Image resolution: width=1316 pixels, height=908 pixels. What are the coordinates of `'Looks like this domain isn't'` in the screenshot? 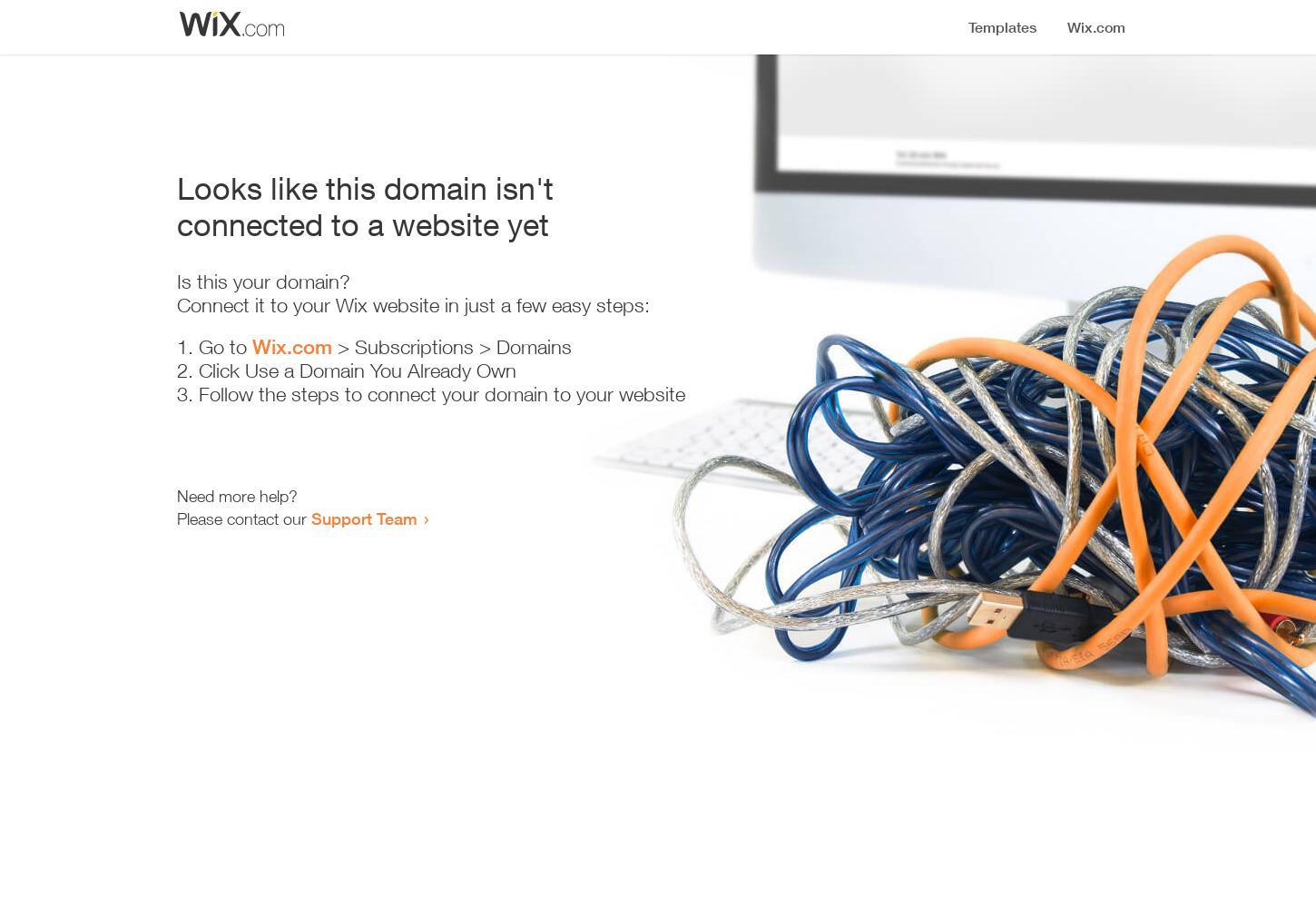 It's located at (176, 187).